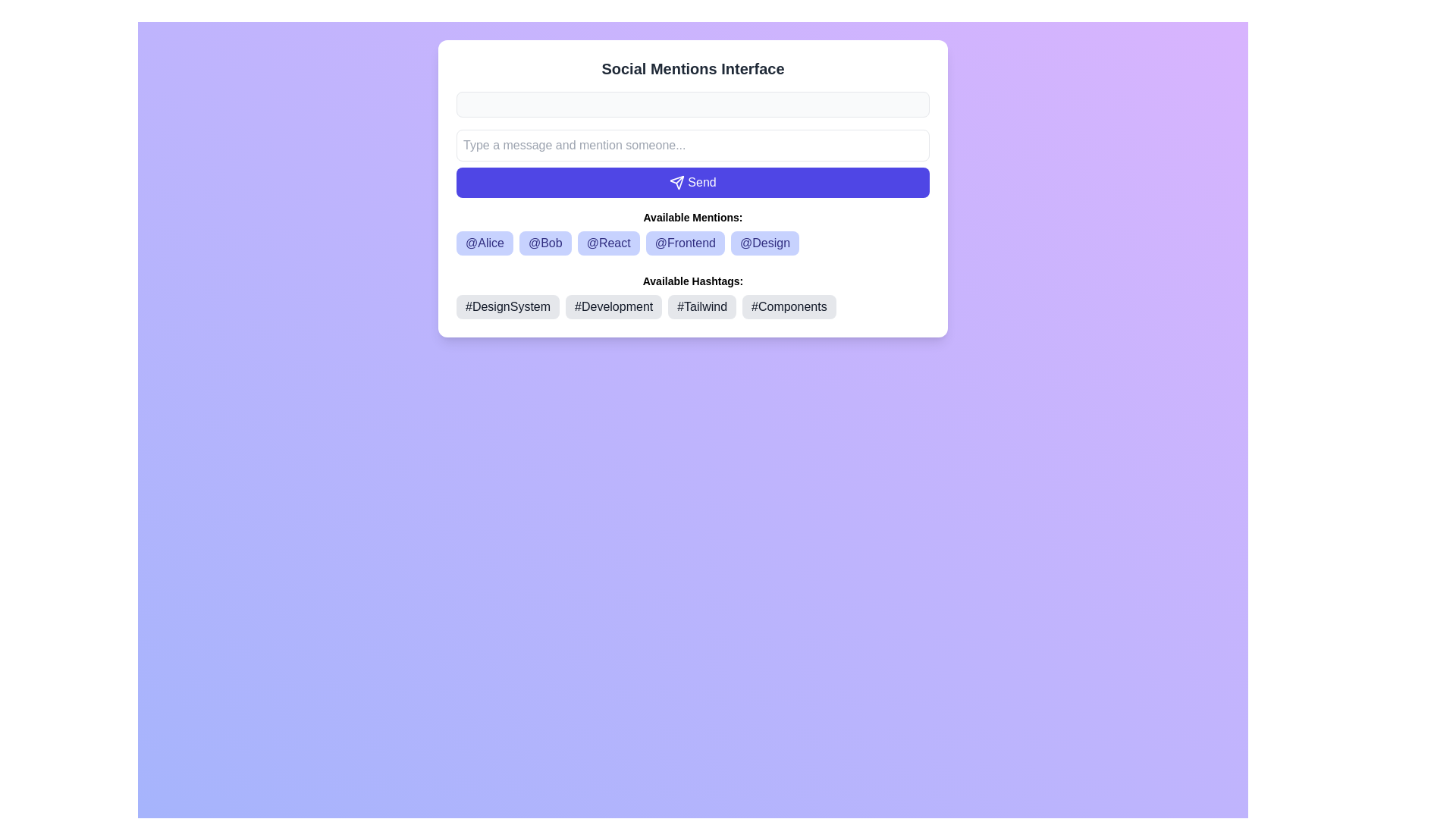 This screenshot has width=1456, height=819. Describe the element at coordinates (692, 164) in the screenshot. I see `the 'Send' button, which is a rectangular indigo button with a white paper plane icon, located below the text entry field in the Social Mentions Interface` at that location.